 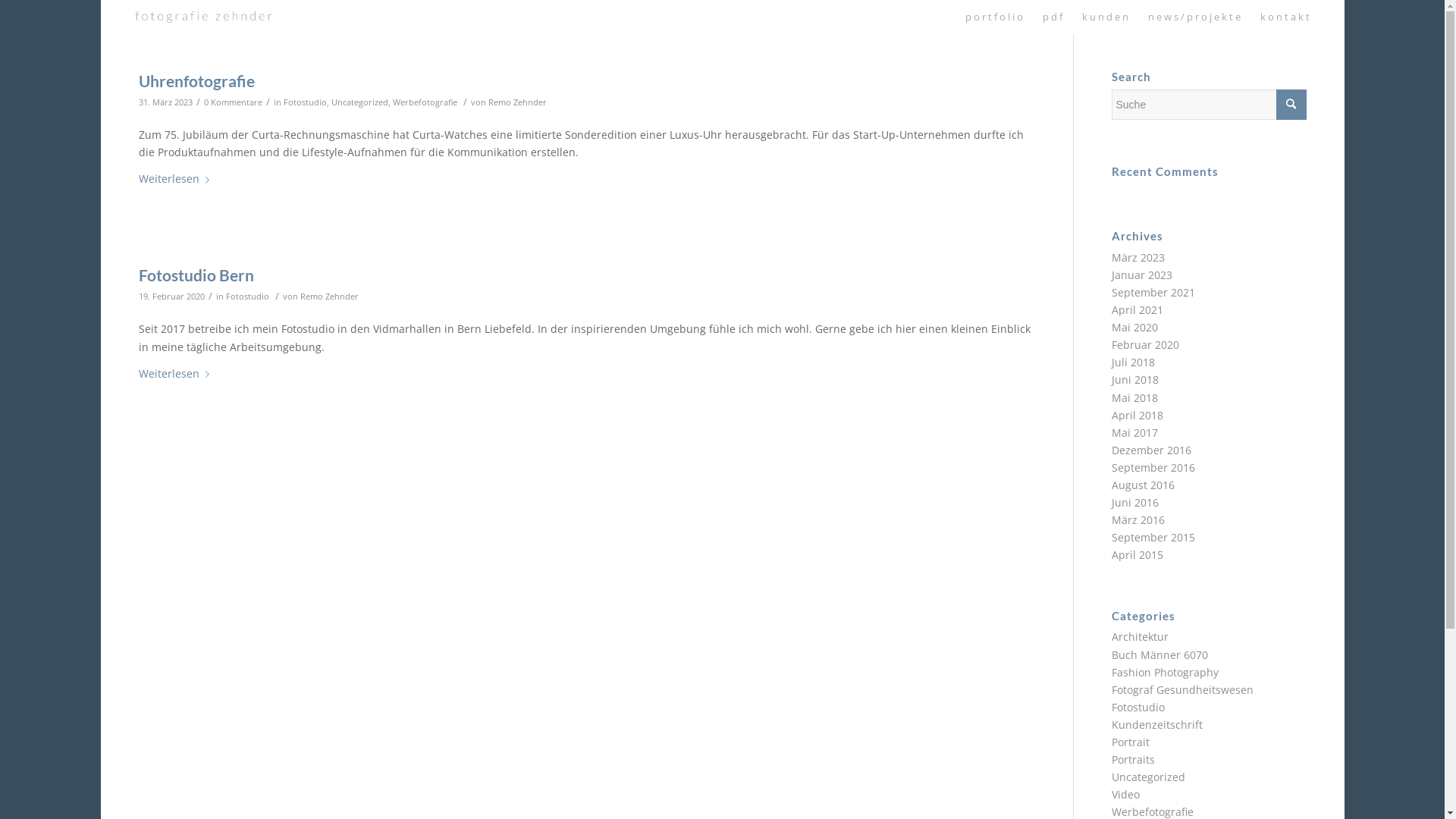 What do you see at coordinates (328, 296) in the screenshot?
I see `'Remo Zehnder'` at bounding box center [328, 296].